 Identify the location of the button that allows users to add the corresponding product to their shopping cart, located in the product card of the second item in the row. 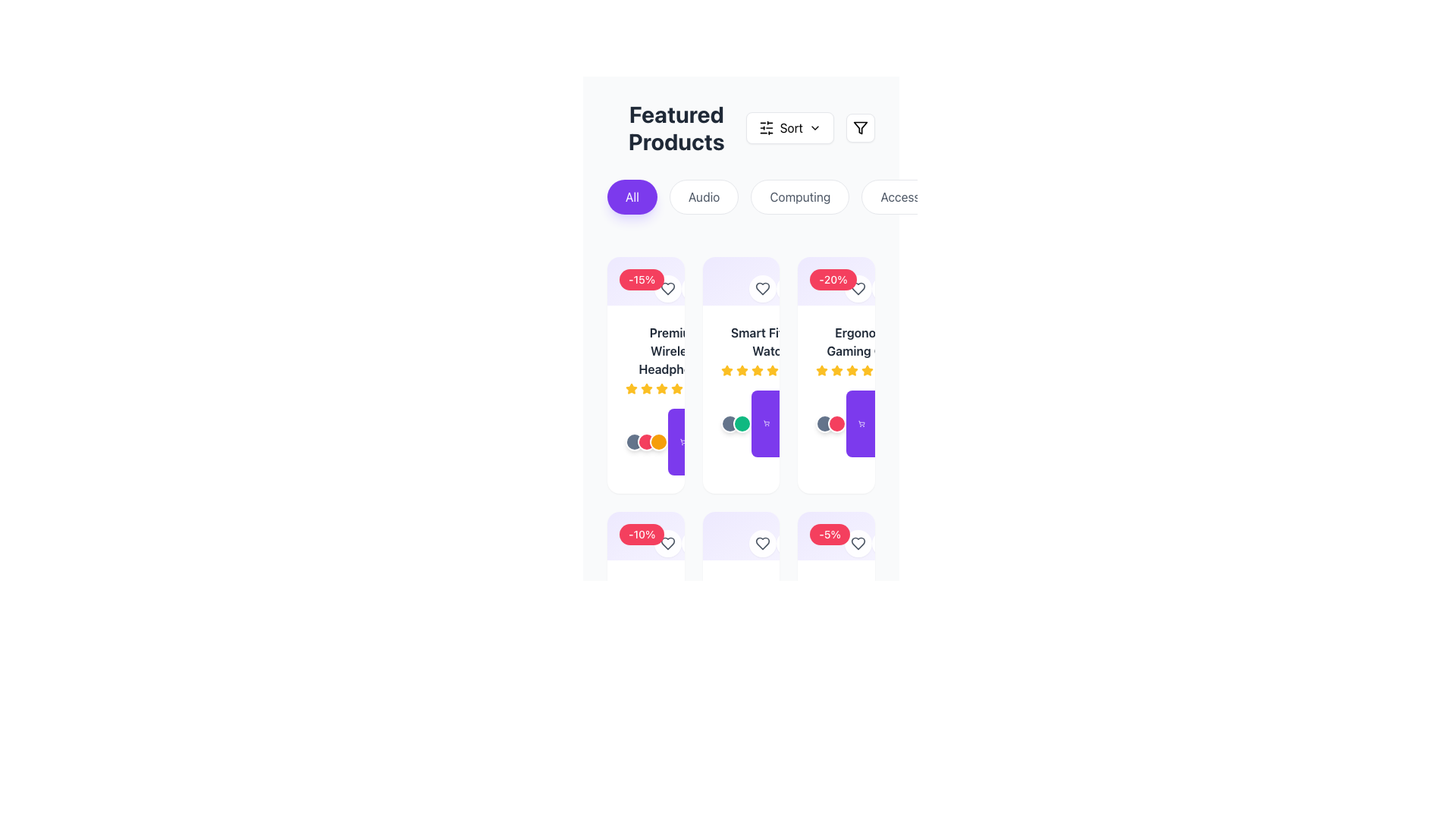
(701, 441).